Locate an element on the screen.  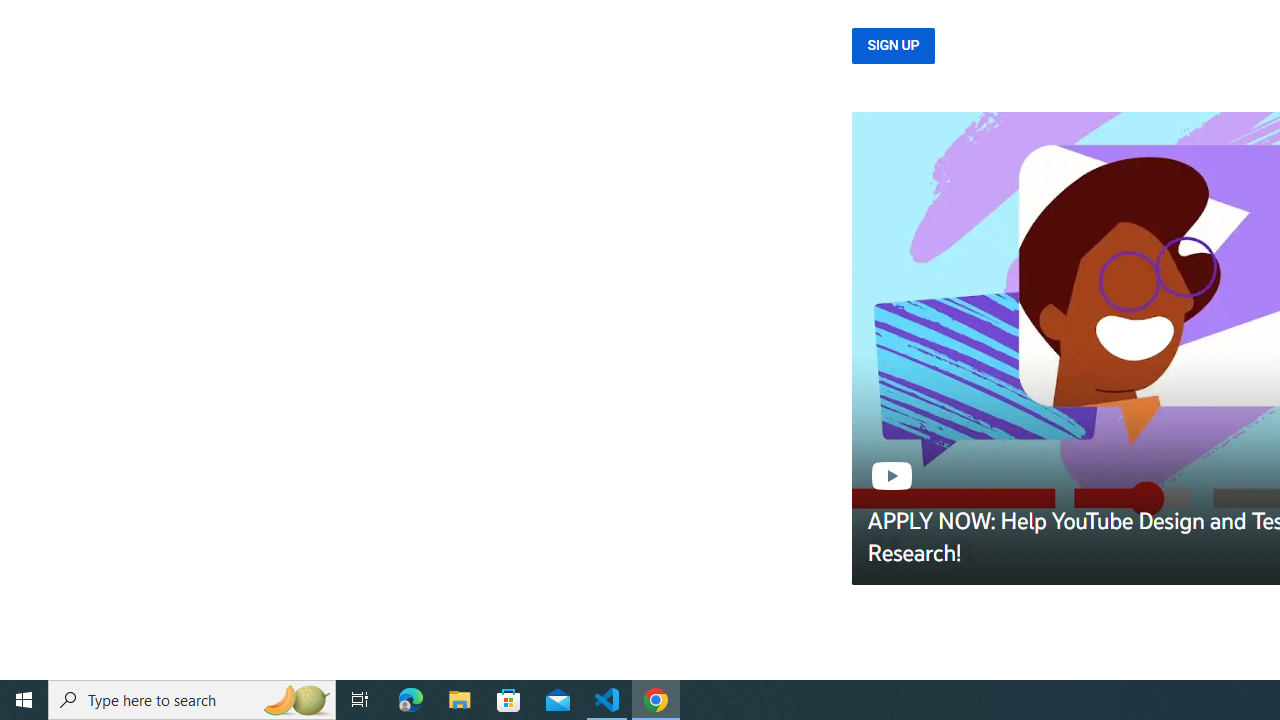
'SIGN UP' is located at coordinates (892, 45).